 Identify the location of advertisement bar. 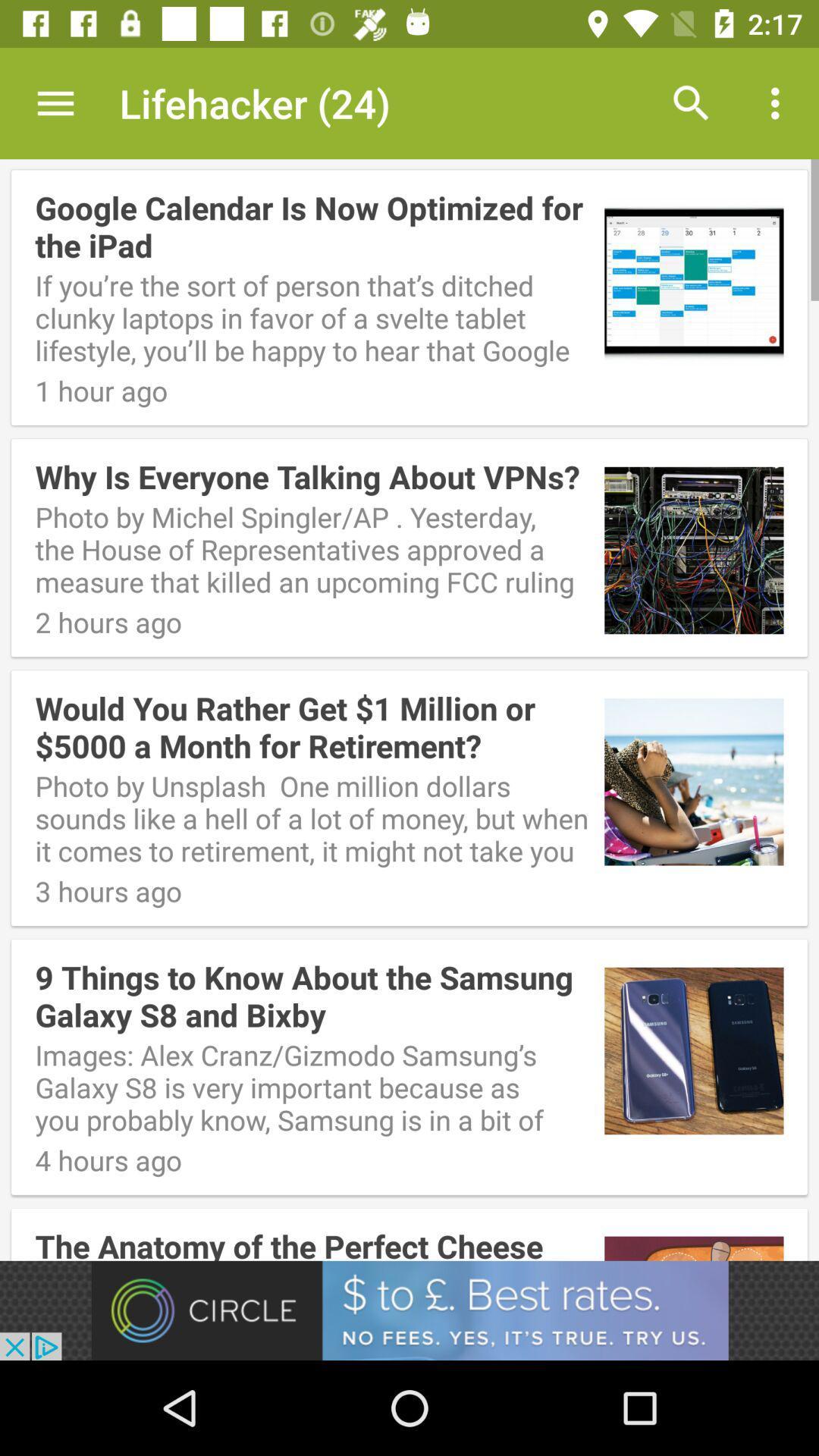
(409, 1310).